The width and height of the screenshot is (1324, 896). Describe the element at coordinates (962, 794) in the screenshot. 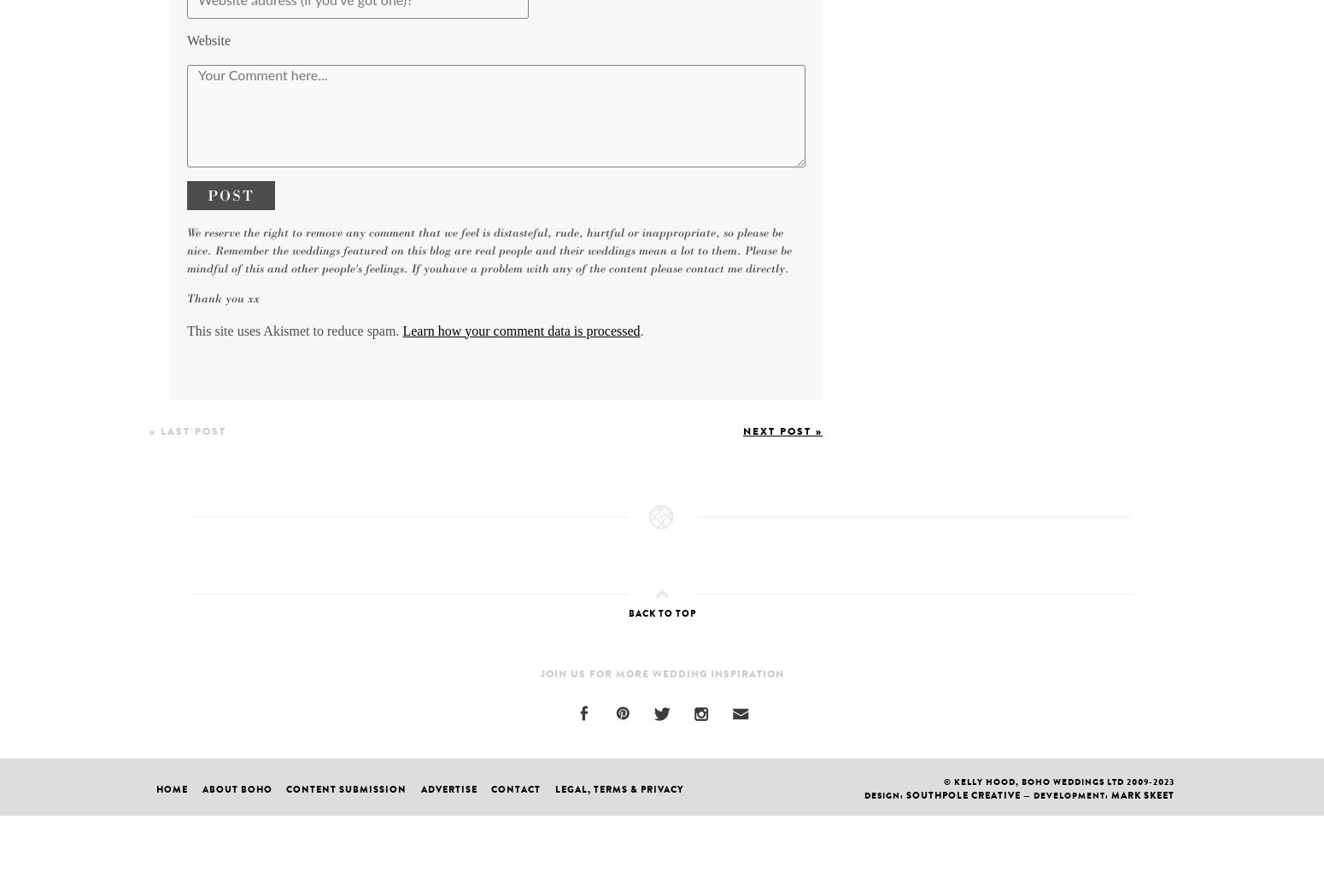

I see `'Southpole Creative'` at that location.